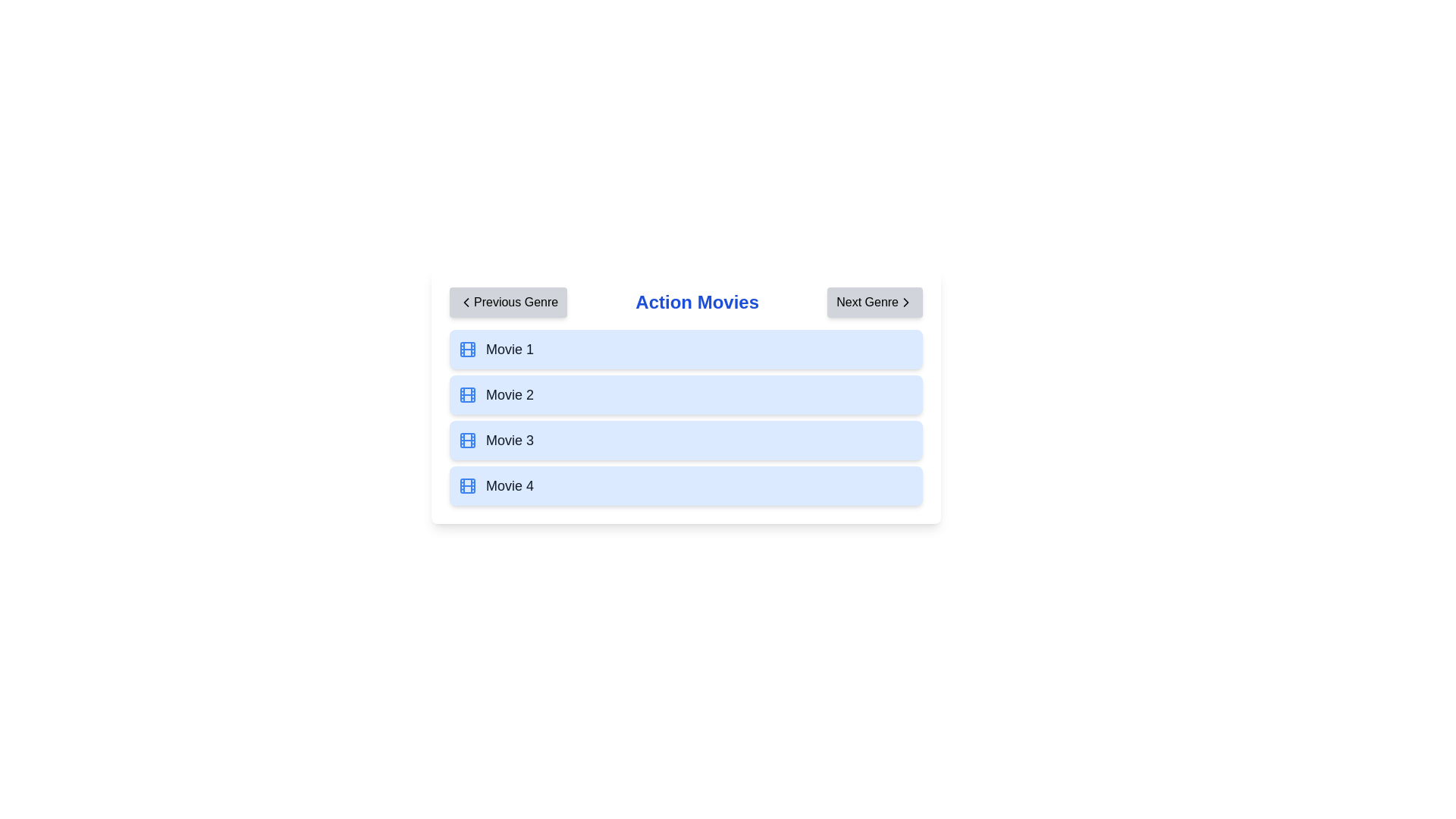 This screenshot has width=1456, height=819. What do you see at coordinates (467, 394) in the screenshot?
I see `the SVG Shape with Rounded Rectangle that forms part of the film reel icon, located in the second row under the 'Action Movies' section, next to the label 'Movie 2'` at bounding box center [467, 394].